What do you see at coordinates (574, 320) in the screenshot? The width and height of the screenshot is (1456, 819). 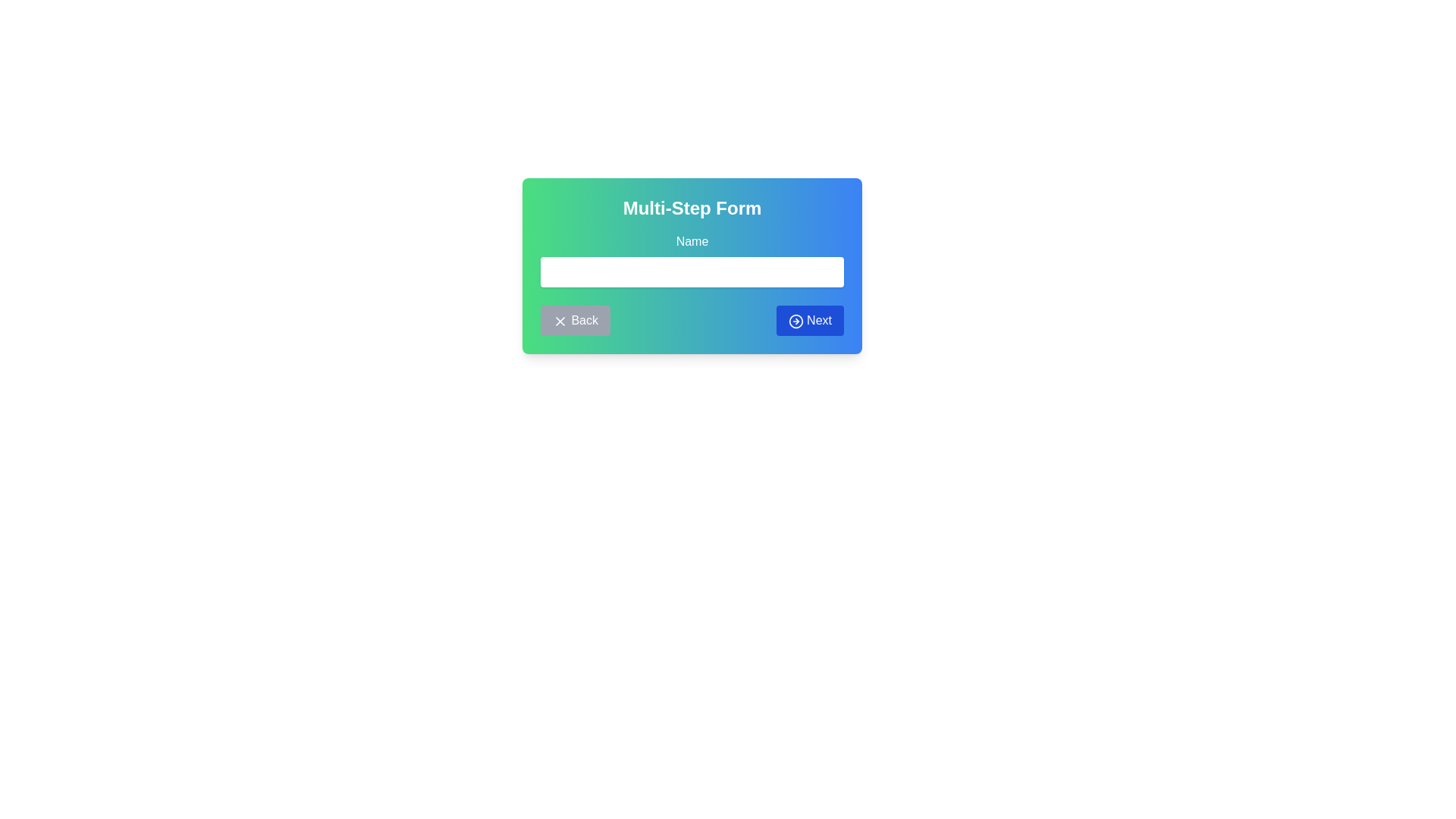 I see `the 'Back' button, which is a rectangle with rounded corners, red background, and white text displaying 'Back' with an 'X' icon to the left` at bounding box center [574, 320].